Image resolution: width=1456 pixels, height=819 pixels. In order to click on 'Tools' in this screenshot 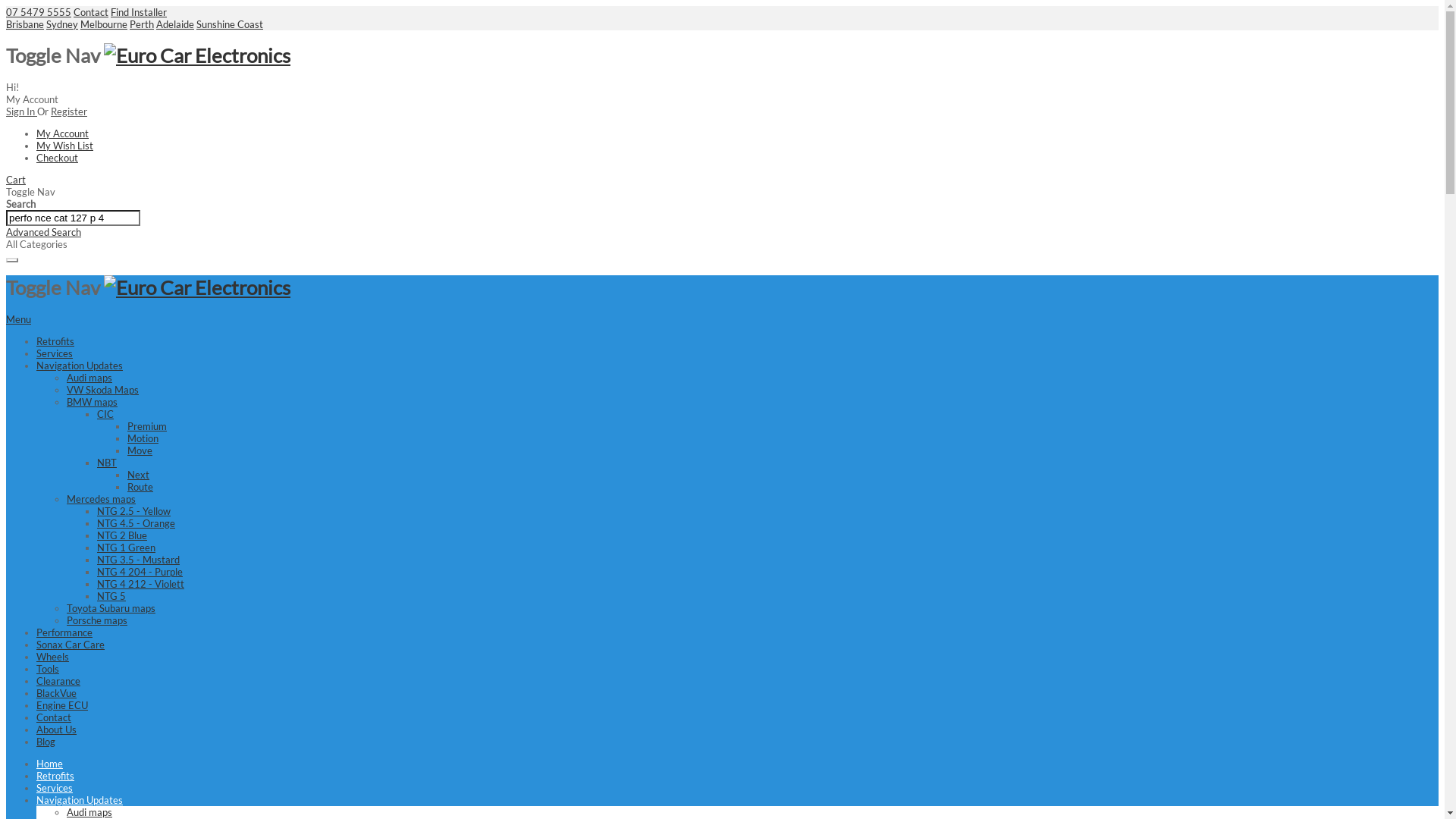, I will do `click(47, 668)`.